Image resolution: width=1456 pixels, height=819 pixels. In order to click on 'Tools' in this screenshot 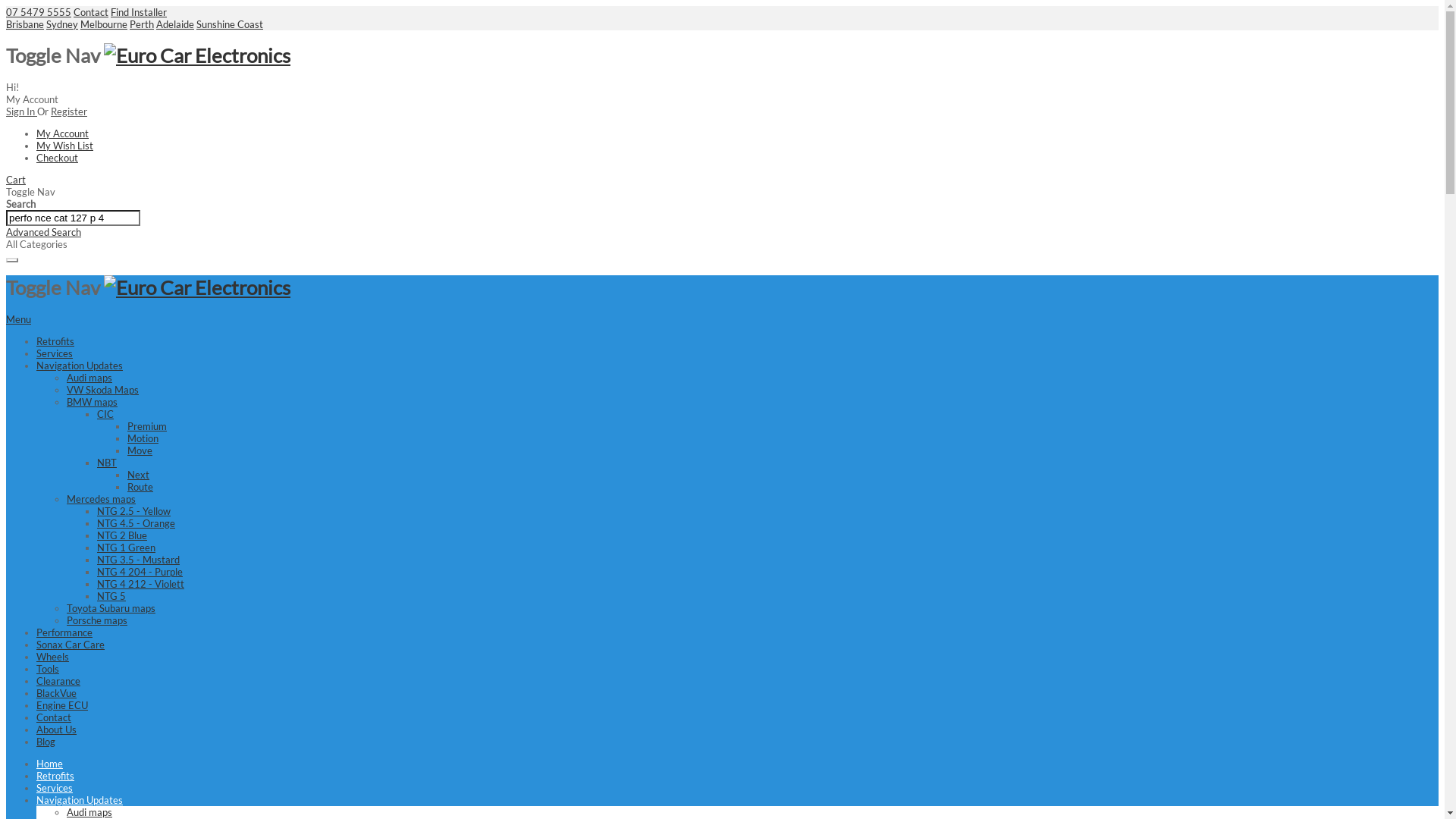, I will do `click(47, 668)`.